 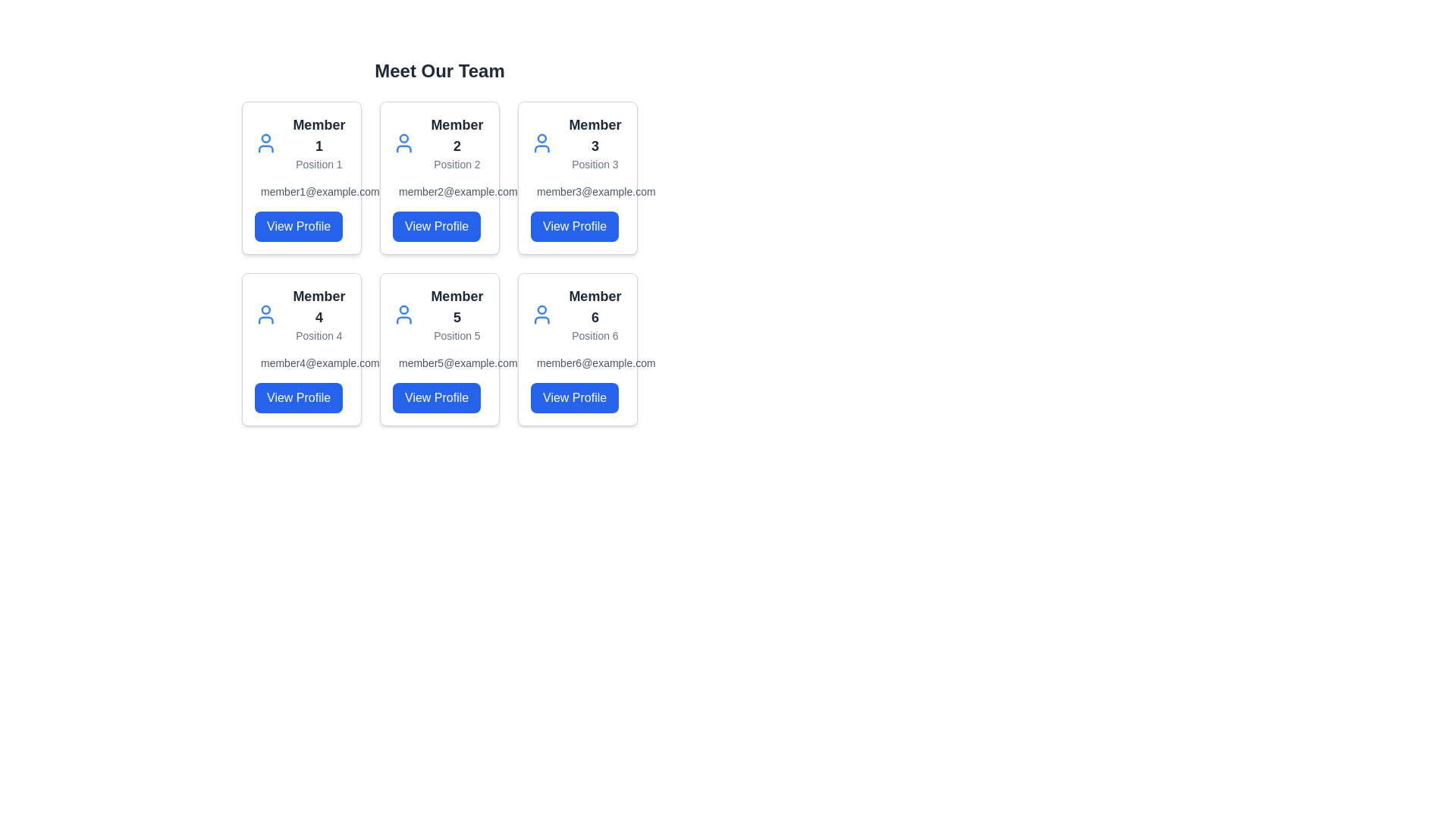 I want to click on displayed information on the user profile card, which is the second item in the grid layout, positioned in the top row, center column, between 'Member 1' and 'Member 3', so click(x=439, y=177).